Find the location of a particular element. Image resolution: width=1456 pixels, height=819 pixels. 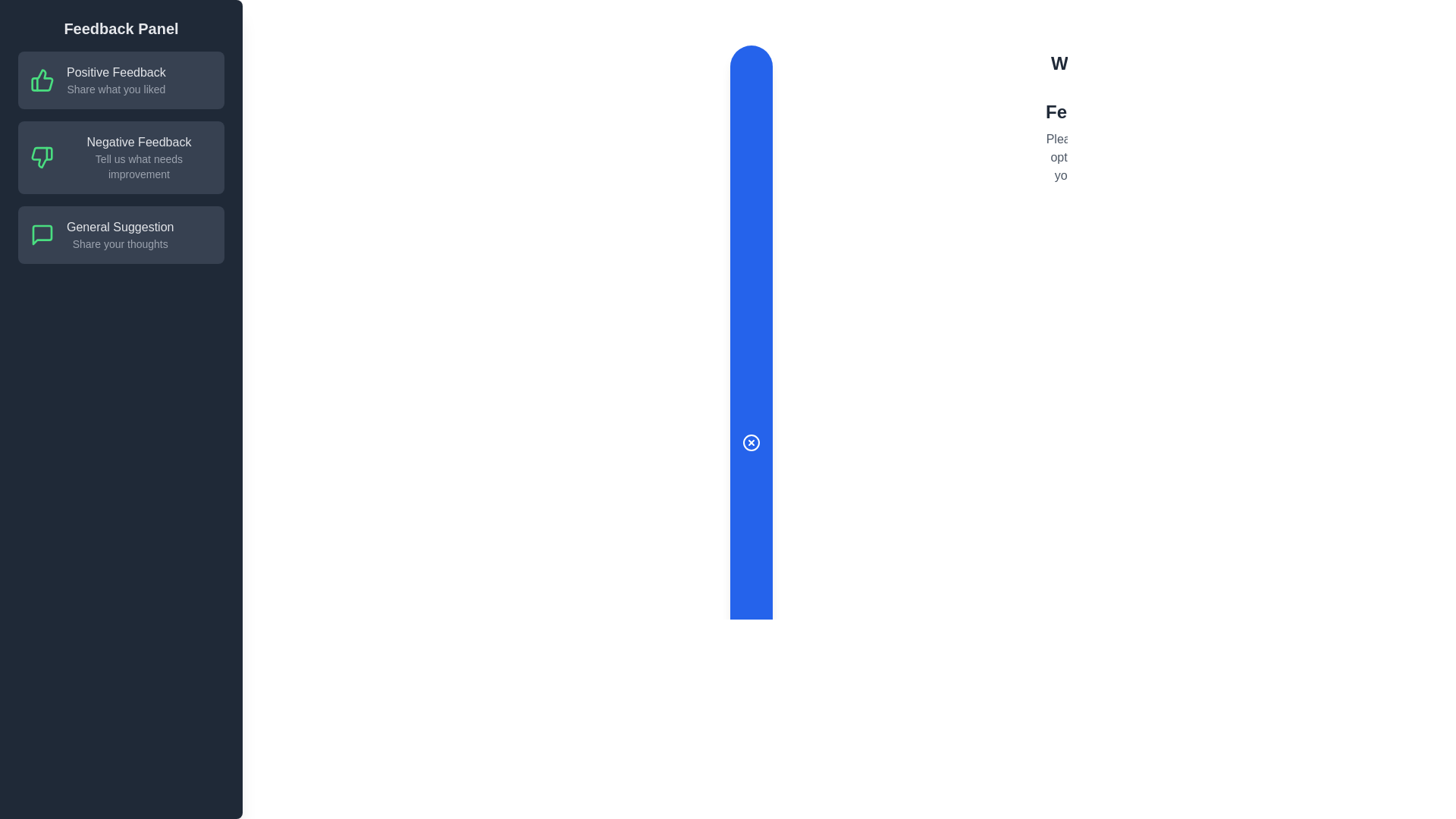

the feedback option Negative Feedback by clicking on the corresponding area is located at coordinates (120, 158).